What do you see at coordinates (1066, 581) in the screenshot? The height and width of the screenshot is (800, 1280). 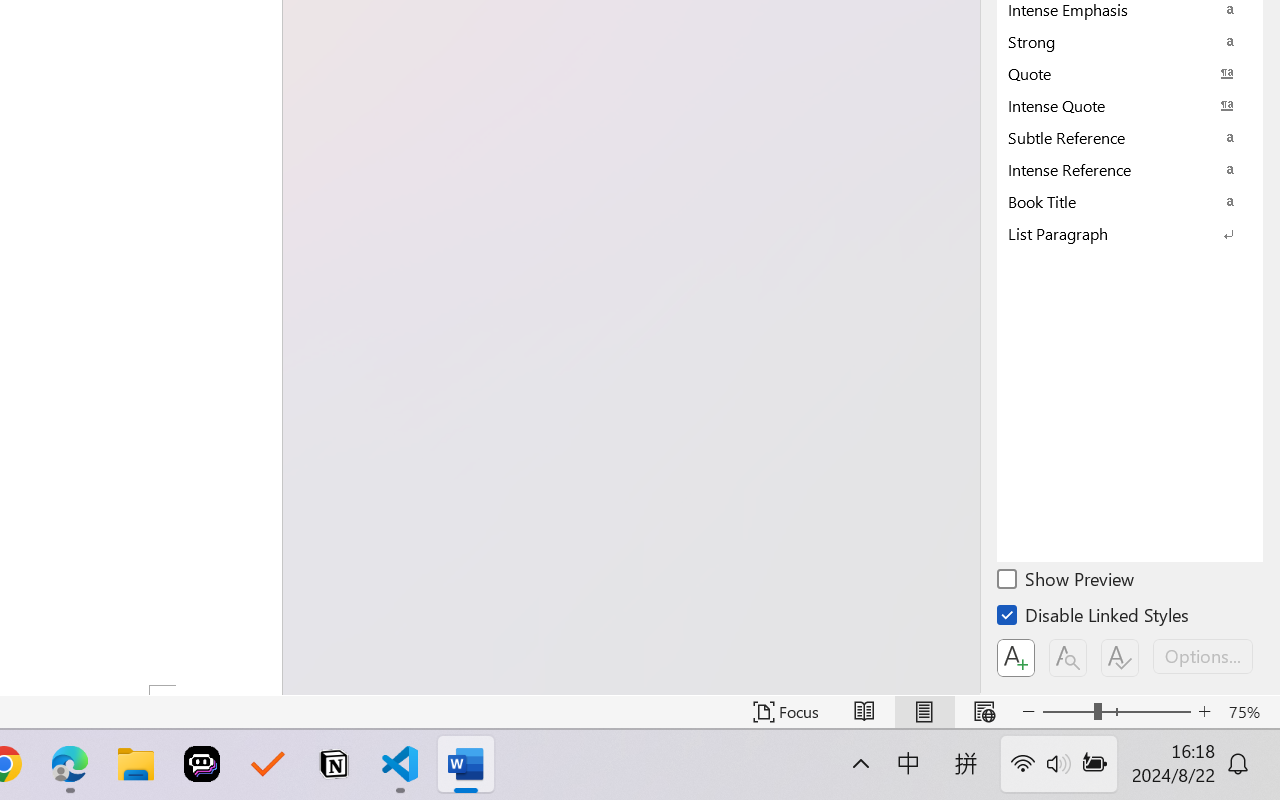 I see `'Show Preview'` at bounding box center [1066, 581].